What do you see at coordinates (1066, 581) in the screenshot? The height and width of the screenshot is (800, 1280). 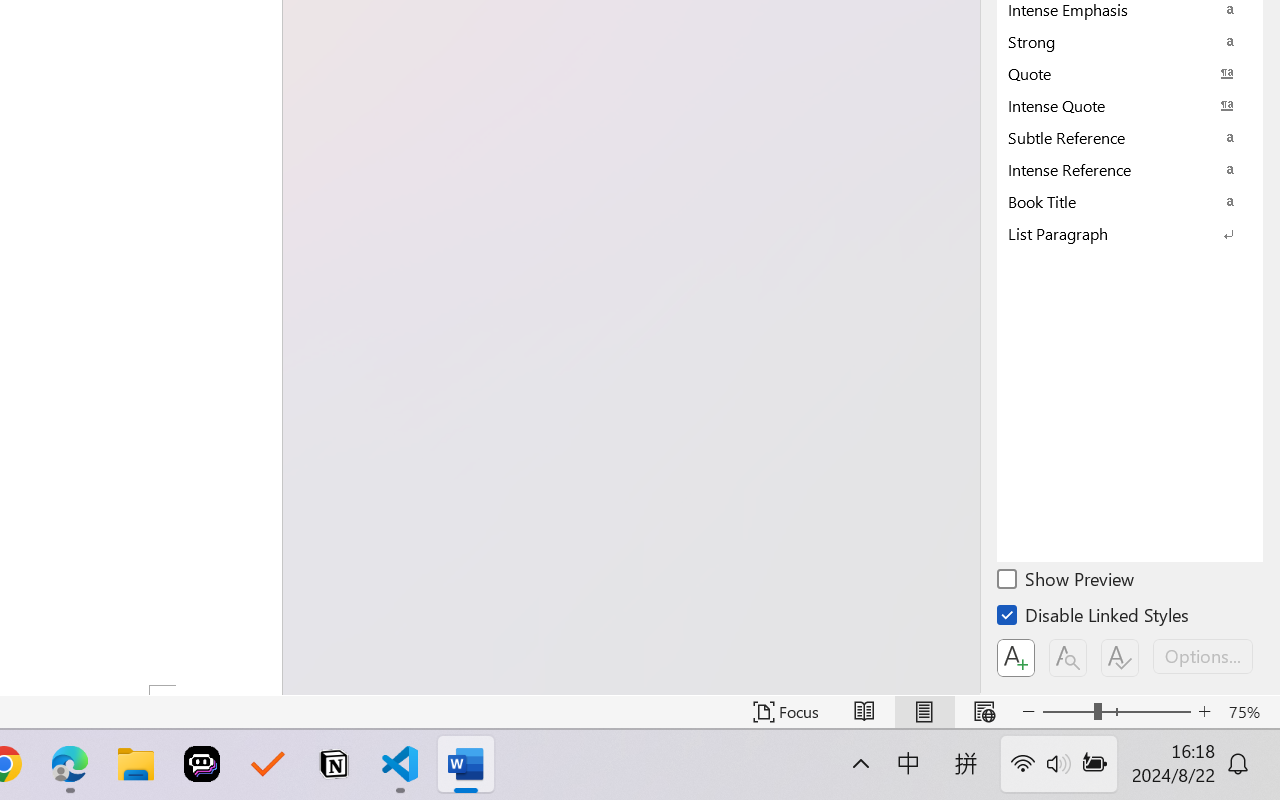 I see `'Show Preview'` at bounding box center [1066, 581].